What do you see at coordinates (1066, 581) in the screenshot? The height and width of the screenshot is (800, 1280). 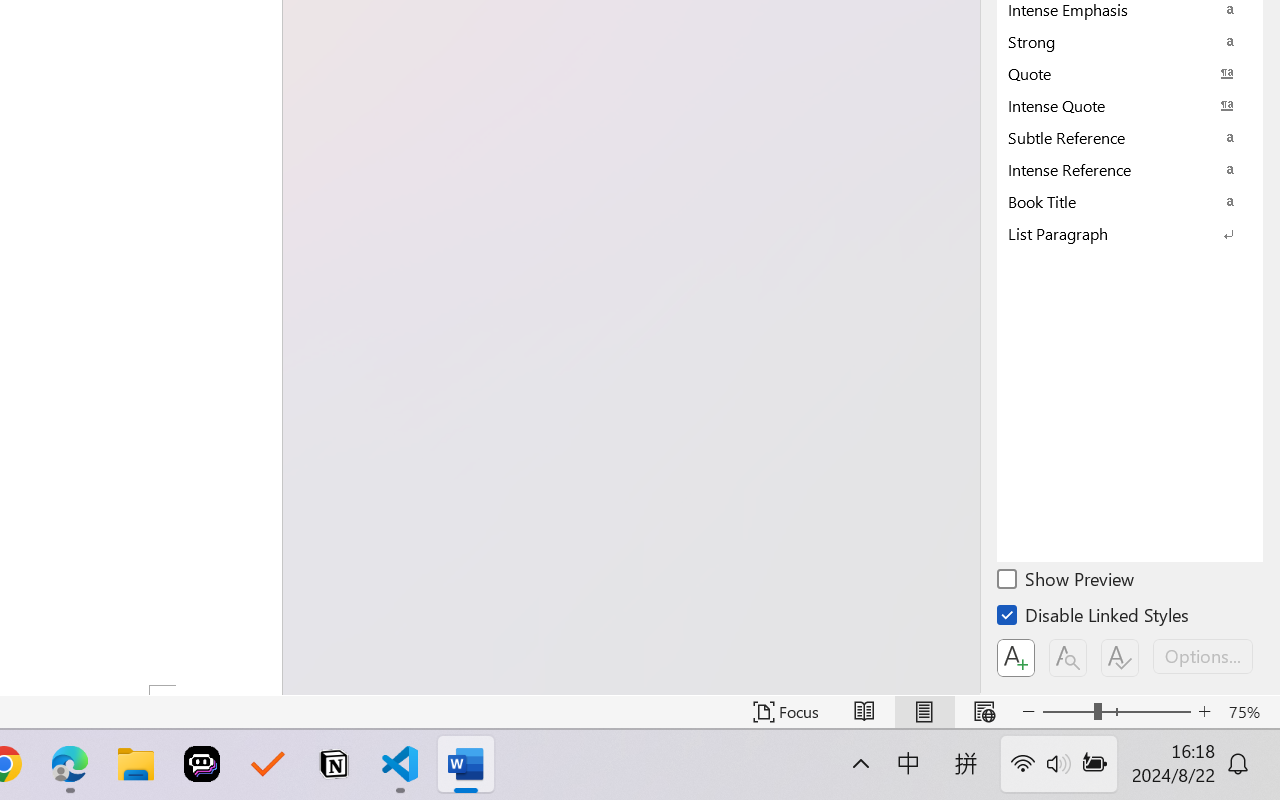 I see `'Show Preview'` at bounding box center [1066, 581].